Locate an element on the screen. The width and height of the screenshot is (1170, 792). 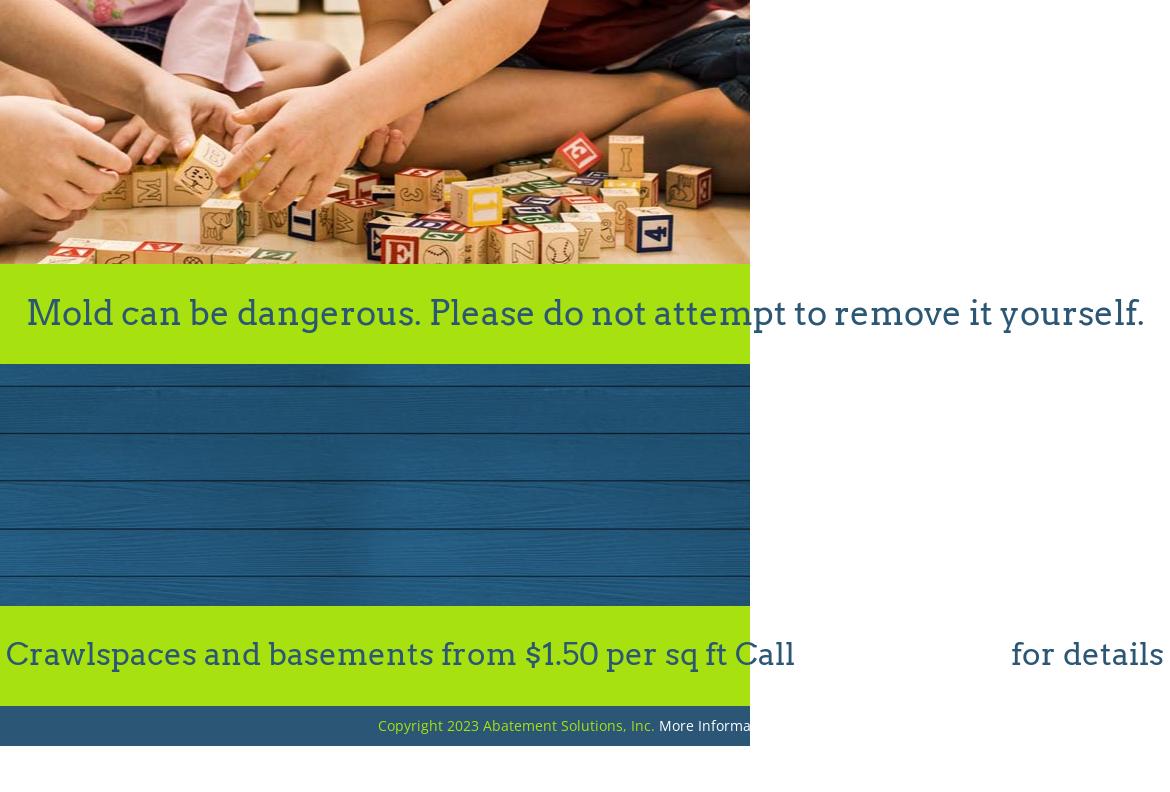
'for details' is located at coordinates (1083, 654).